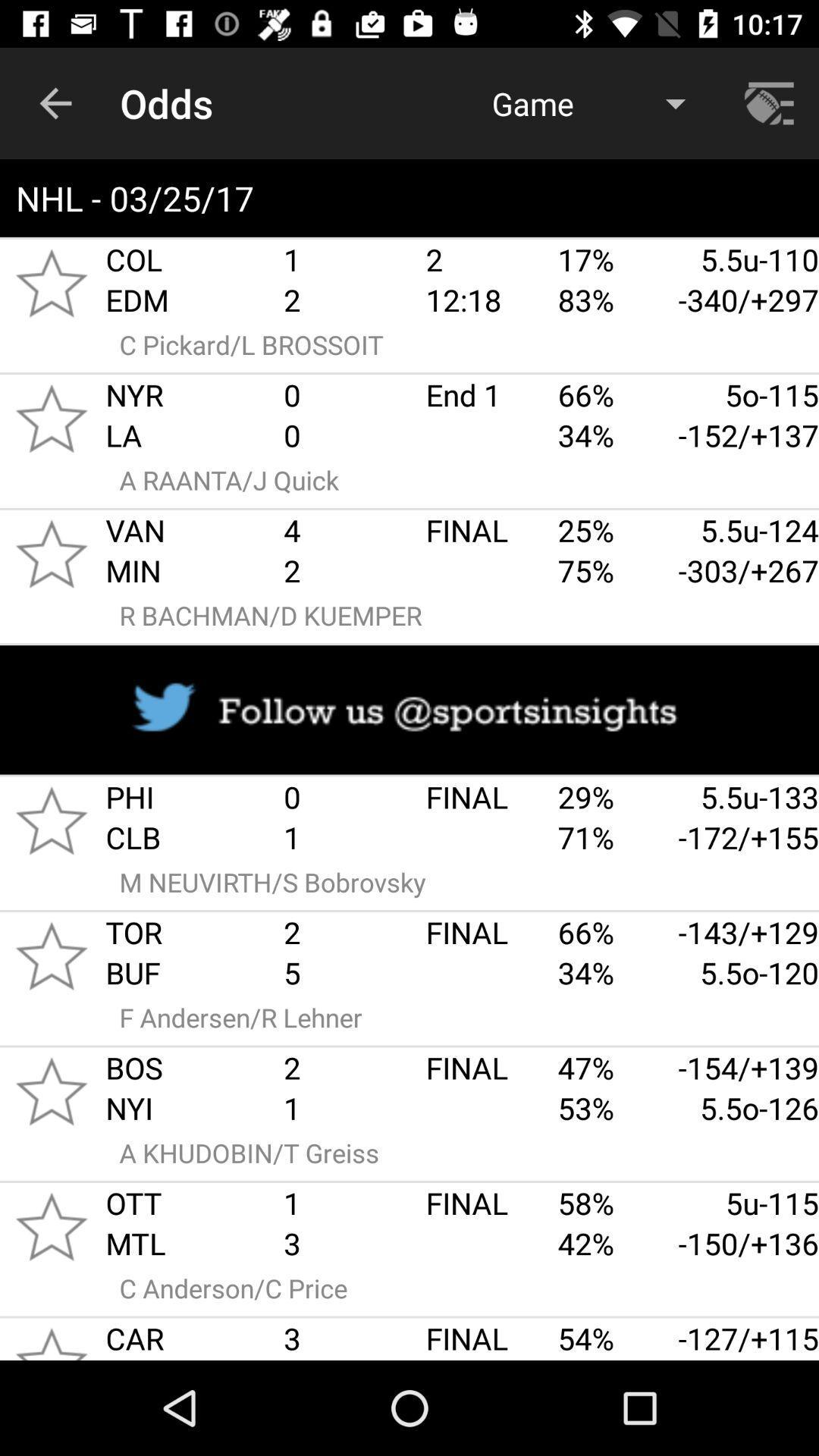 This screenshot has width=819, height=1456. What do you see at coordinates (51, 419) in the screenshot?
I see `to favorites` at bounding box center [51, 419].